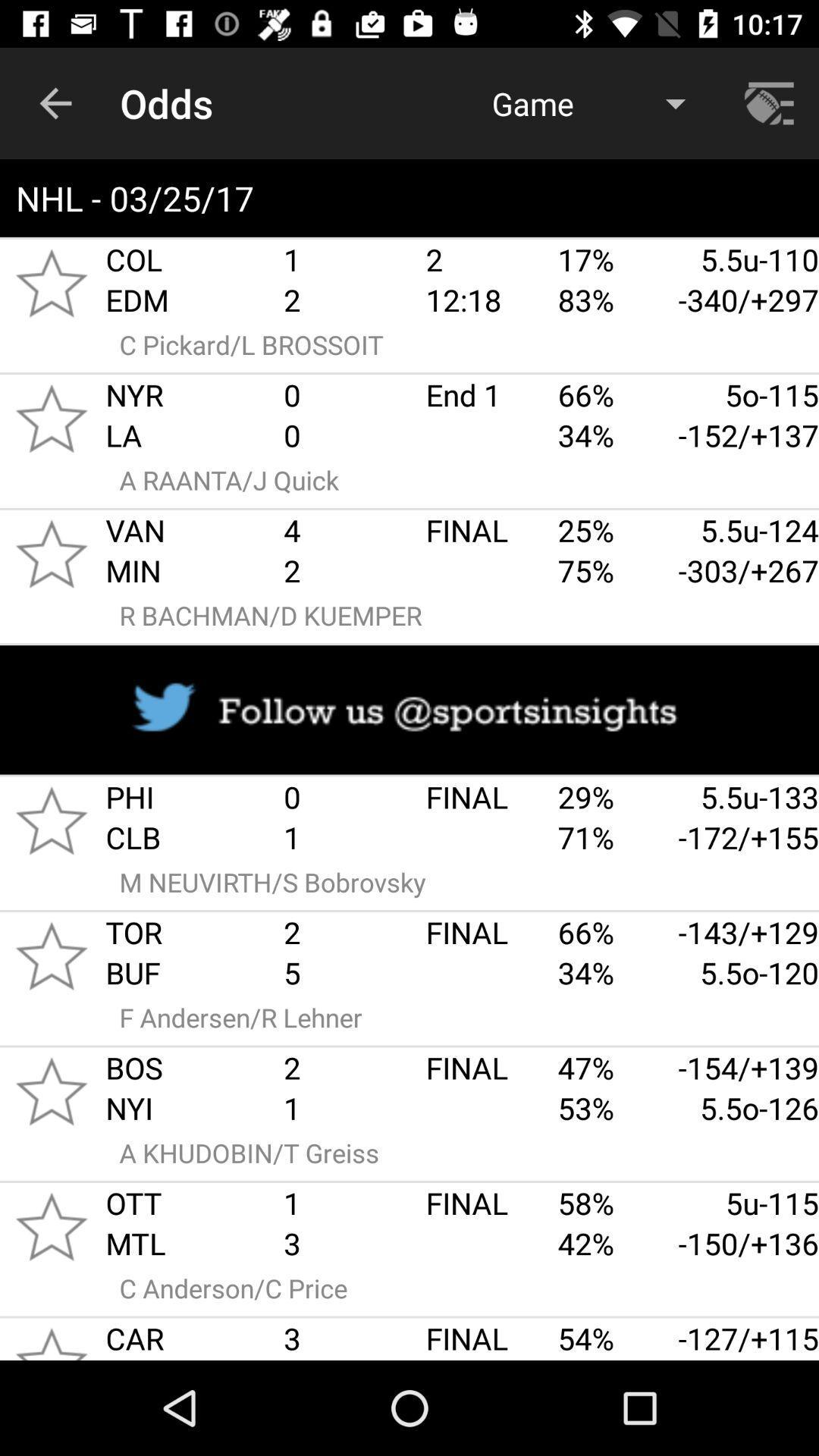 This screenshot has width=819, height=1456. What do you see at coordinates (51, 419) in the screenshot?
I see `to favorites` at bounding box center [51, 419].